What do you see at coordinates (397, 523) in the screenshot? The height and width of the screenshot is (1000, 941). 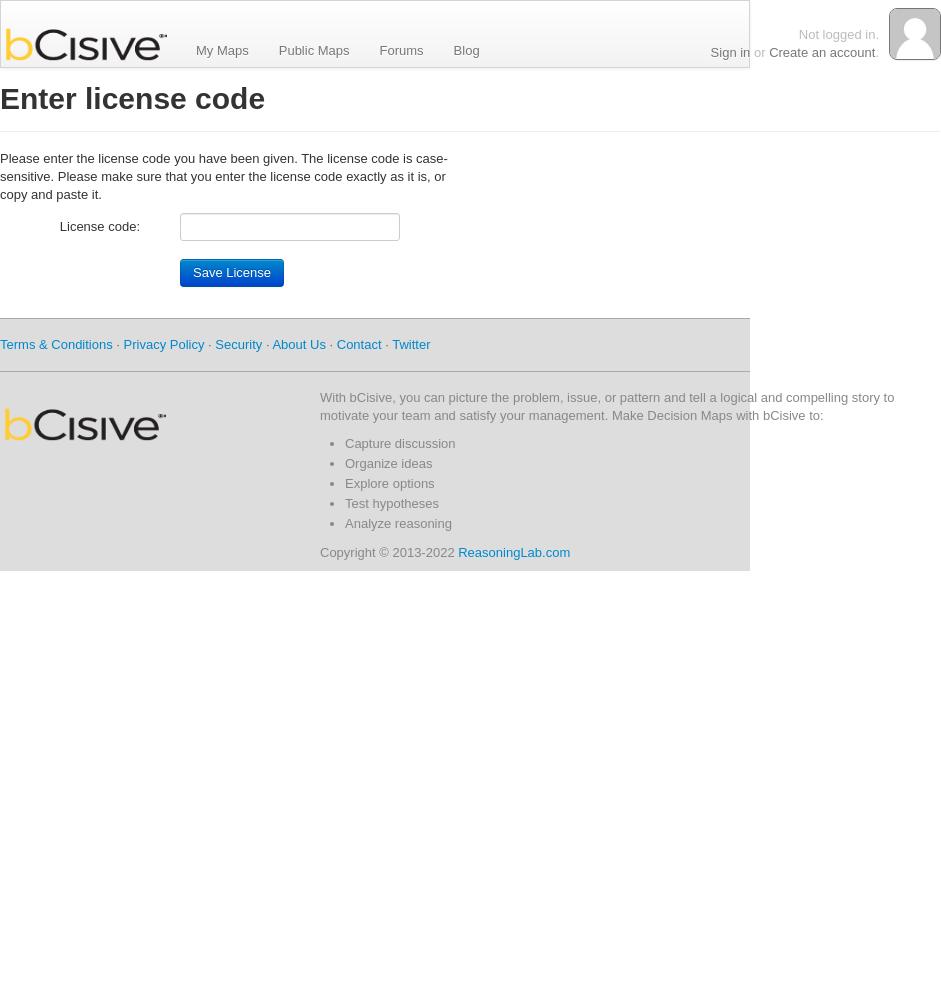 I see `'Analyze reasoning'` at bounding box center [397, 523].